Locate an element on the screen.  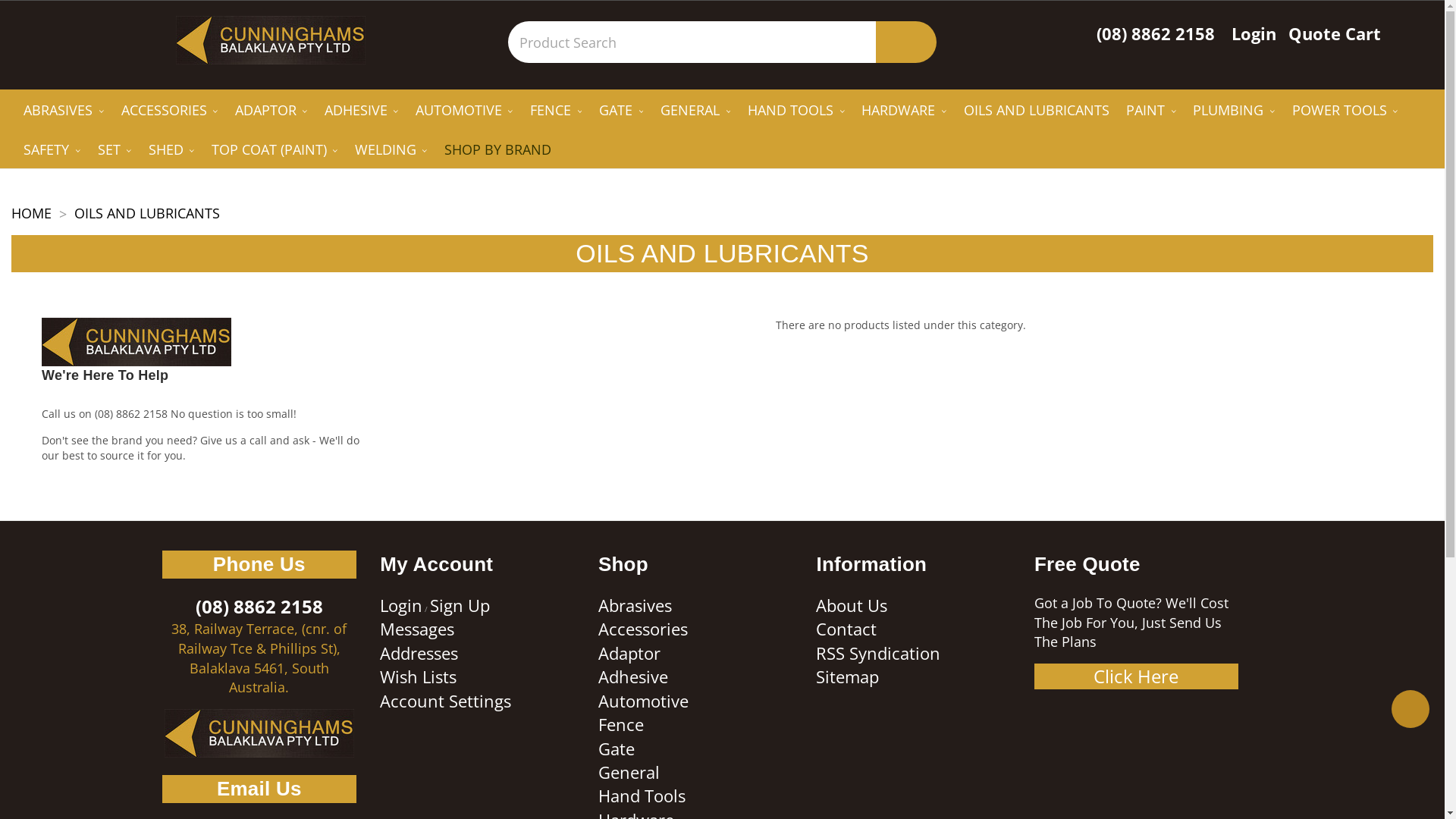
'GATE' is located at coordinates (589, 111).